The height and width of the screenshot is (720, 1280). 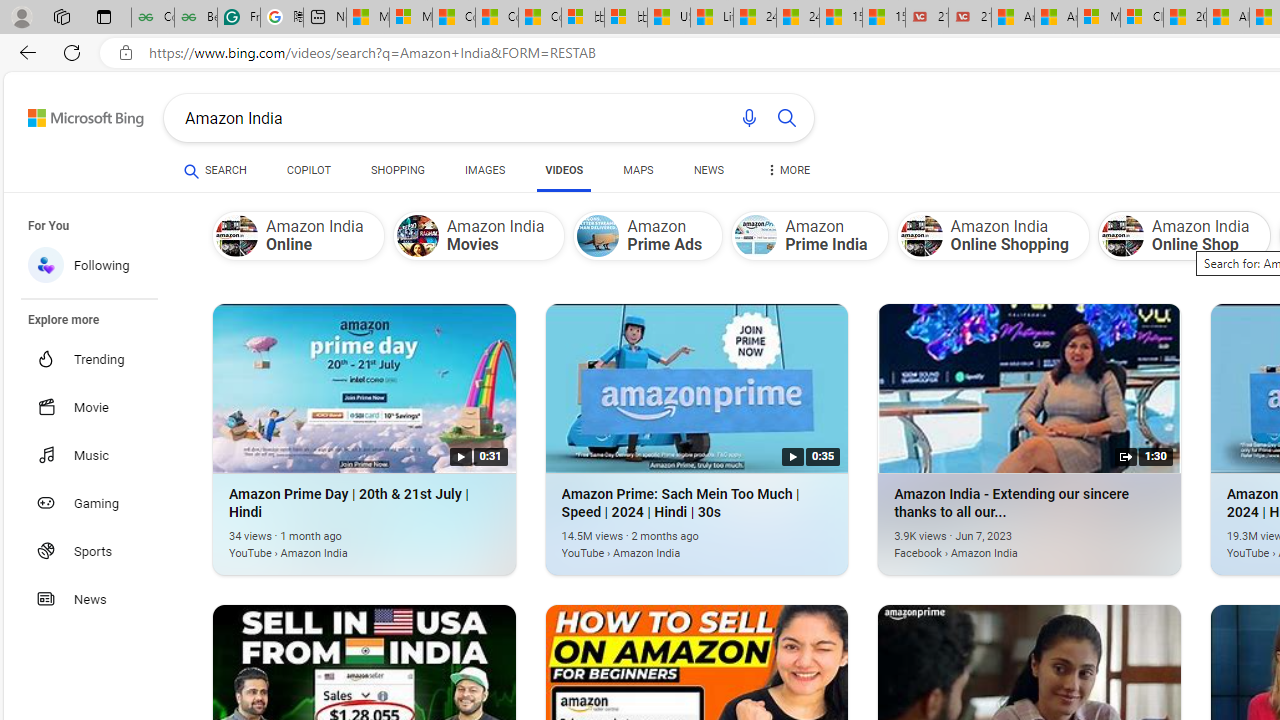 I want to click on 'MAPS', so click(x=637, y=170).